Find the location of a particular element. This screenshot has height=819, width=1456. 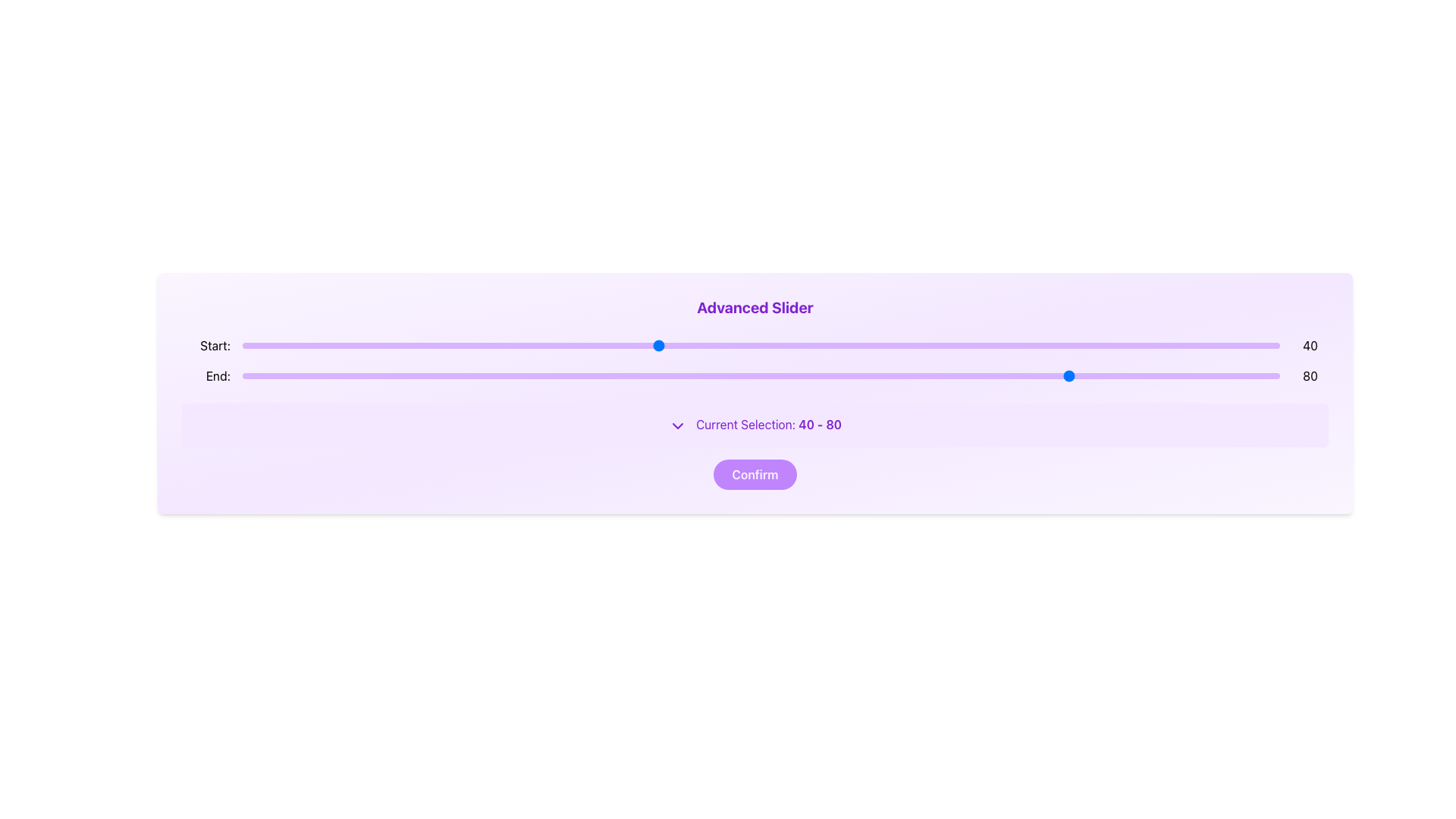

the start slider is located at coordinates (896, 345).